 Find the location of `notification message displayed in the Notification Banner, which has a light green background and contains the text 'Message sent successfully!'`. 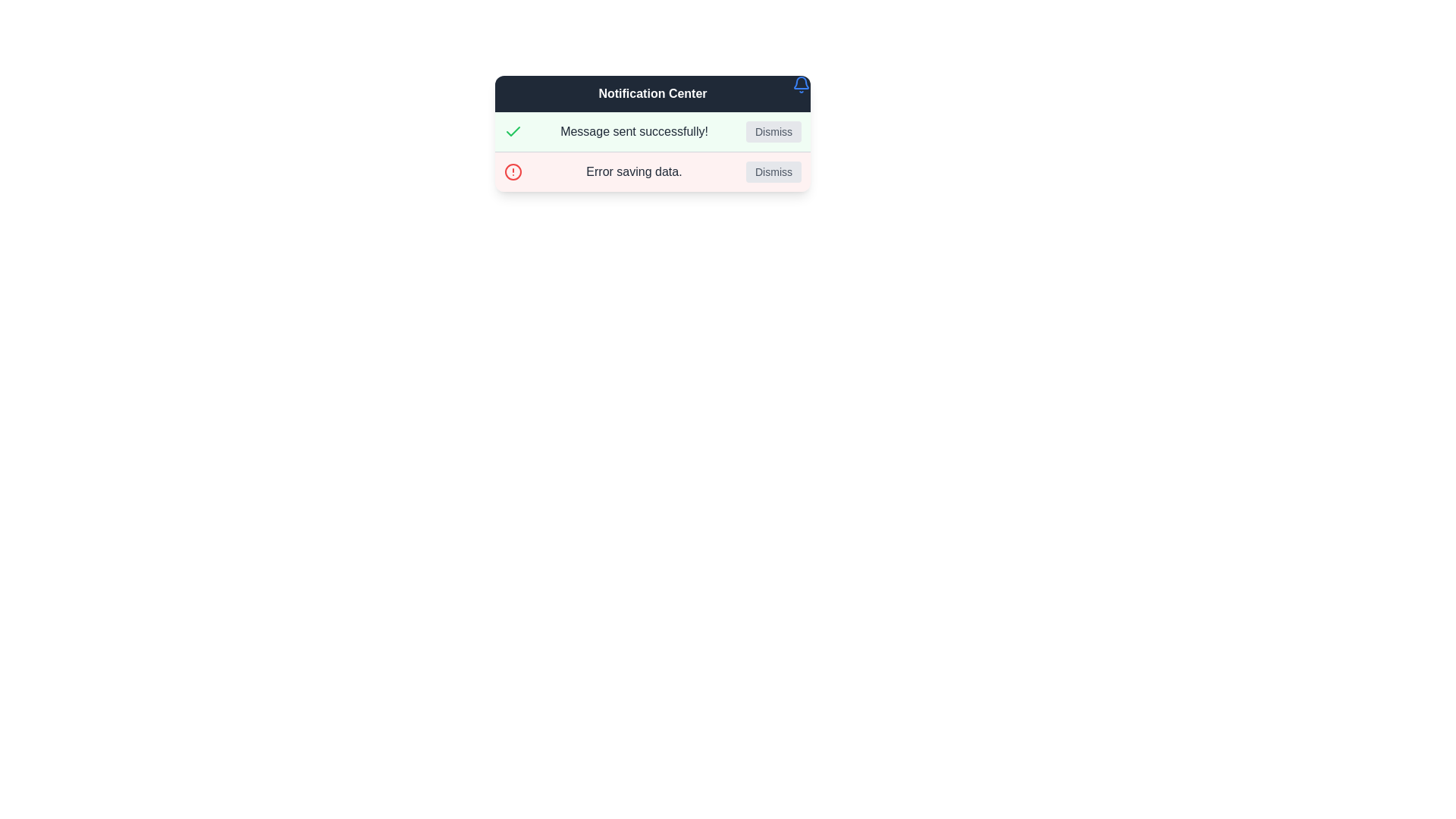

notification message displayed in the Notification Banner, which has a light green background and contains the text 'Message sent successfully!' is located at coordinates (652, 130).